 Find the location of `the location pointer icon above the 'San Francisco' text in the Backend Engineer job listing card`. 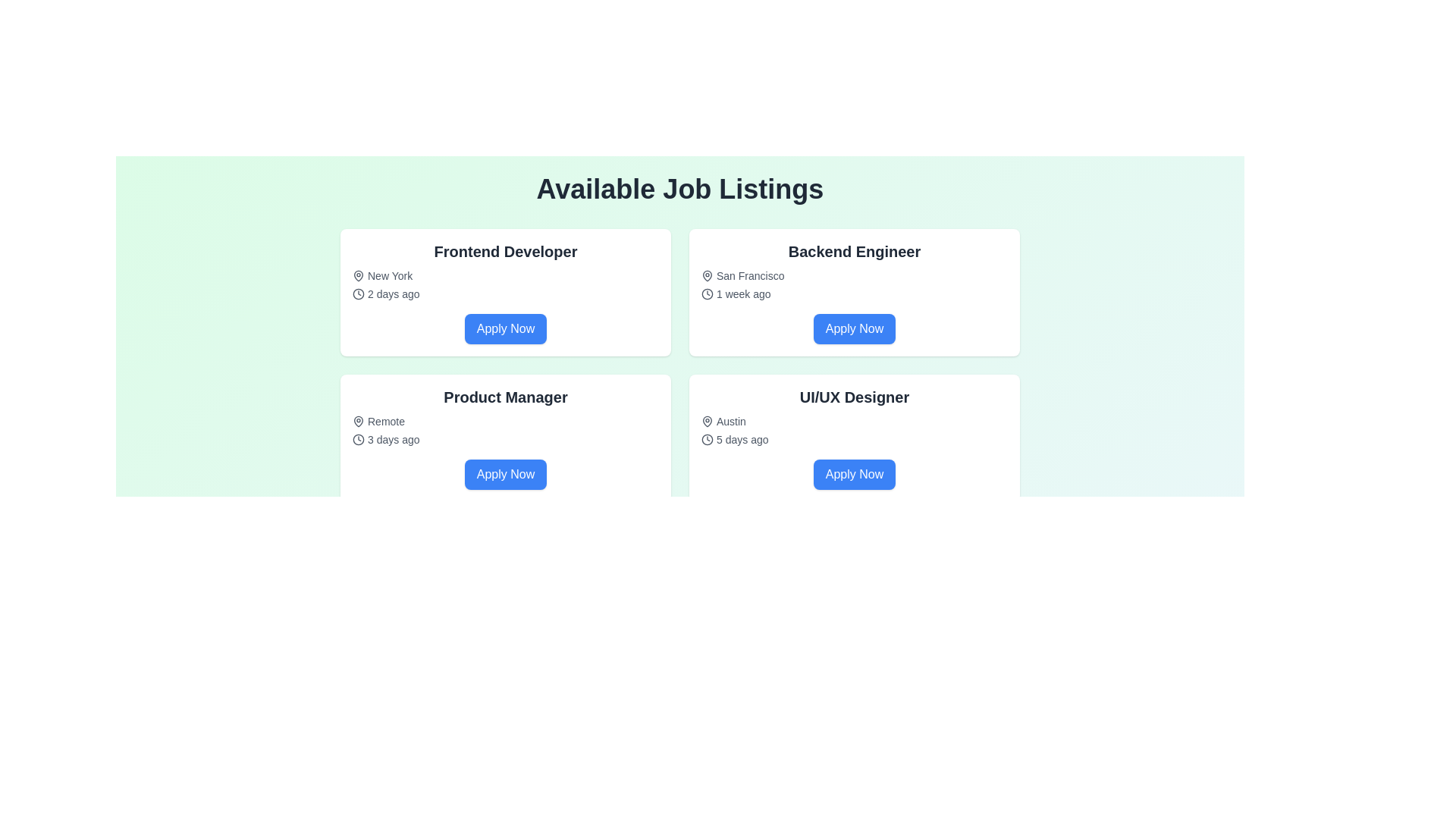

the location pointer icon above the 'San Francisco' text in the Backend Engineer job listing card is located at coordinates (706, 275).